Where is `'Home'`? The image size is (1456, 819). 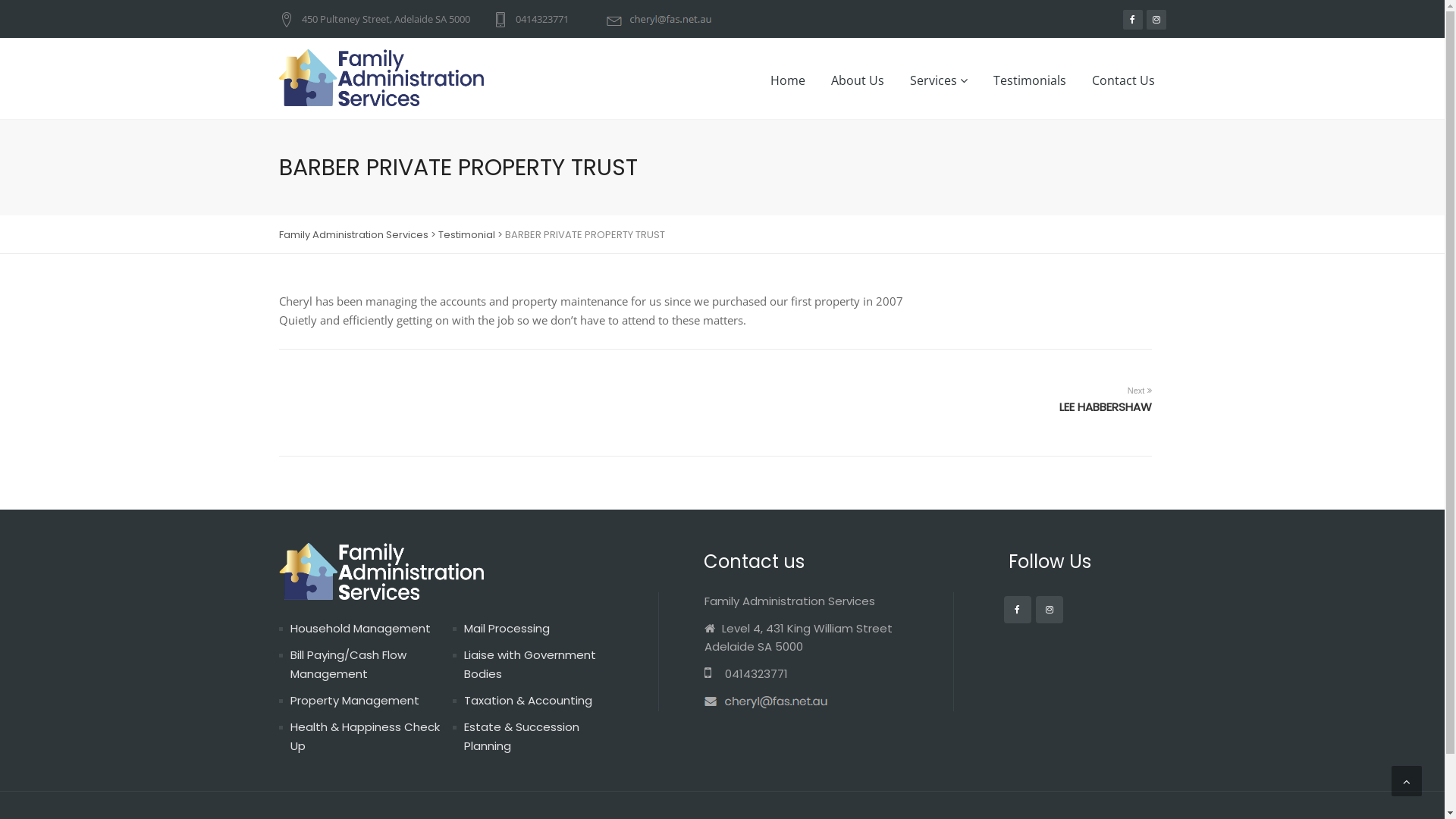 'Home' is located at coordinates (786, 80).